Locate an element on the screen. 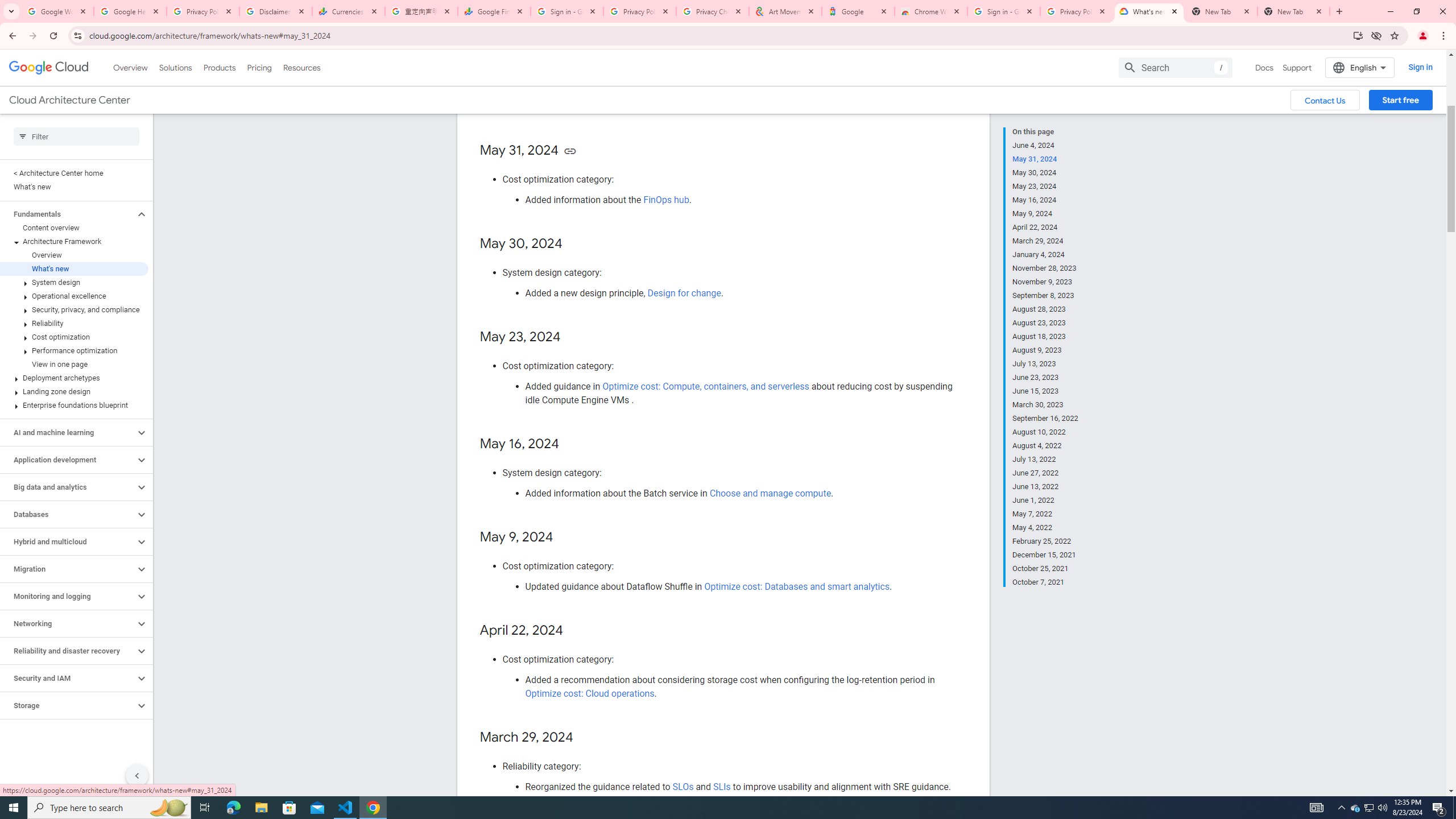  'August 18, 2023' is located at coordinates (1045, 336).